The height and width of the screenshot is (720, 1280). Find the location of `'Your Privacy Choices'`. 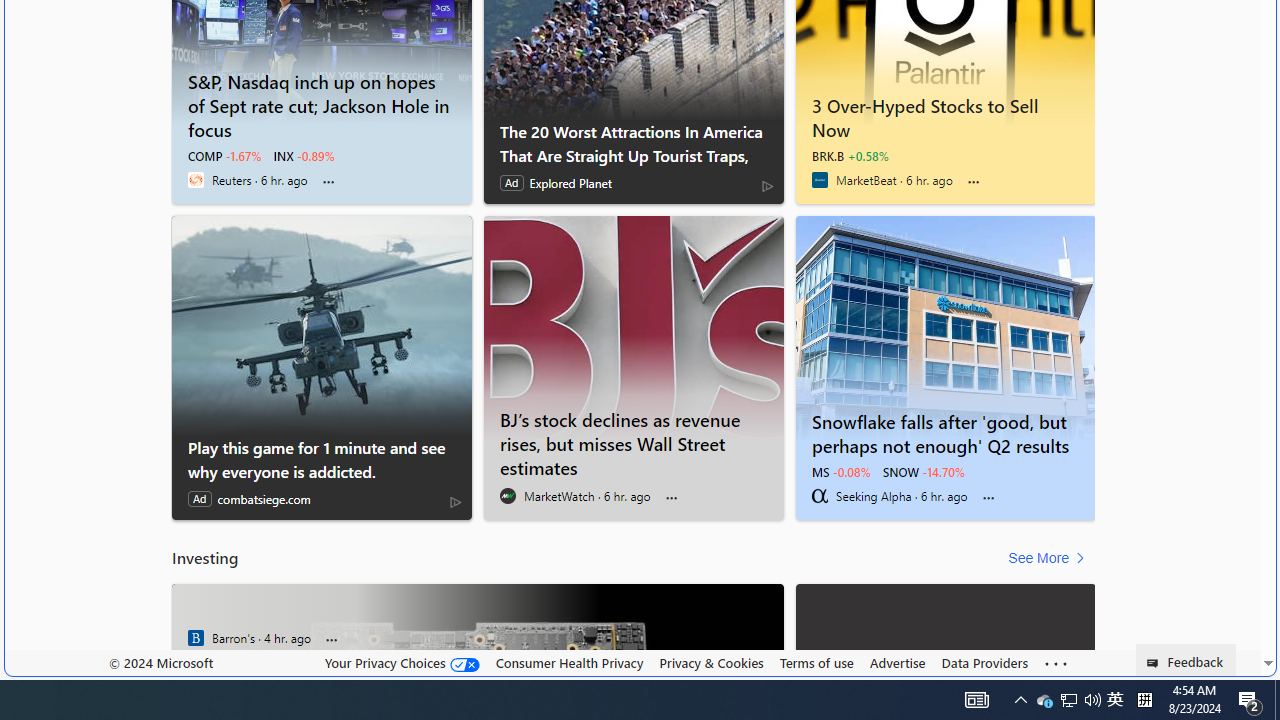

'Your Privacy Choices' is located at coordinates (400, 662).